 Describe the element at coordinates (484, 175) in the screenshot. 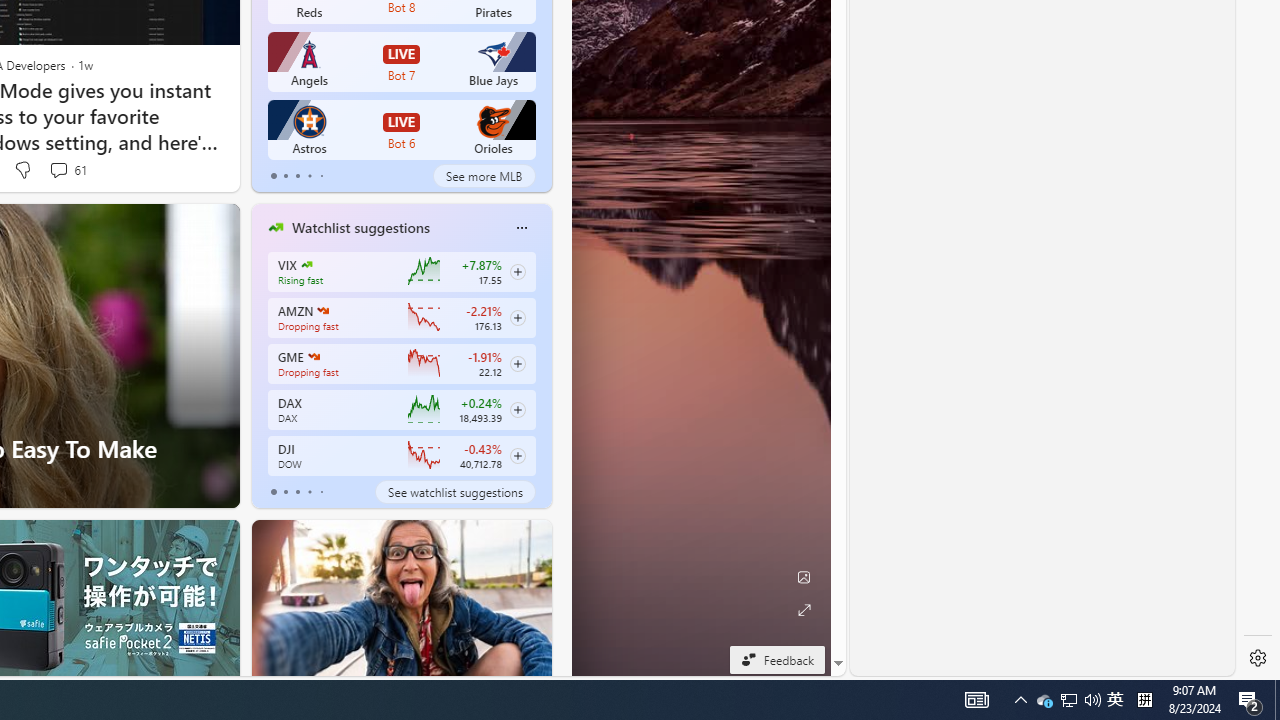

I see `'See more MLB'` at that location.